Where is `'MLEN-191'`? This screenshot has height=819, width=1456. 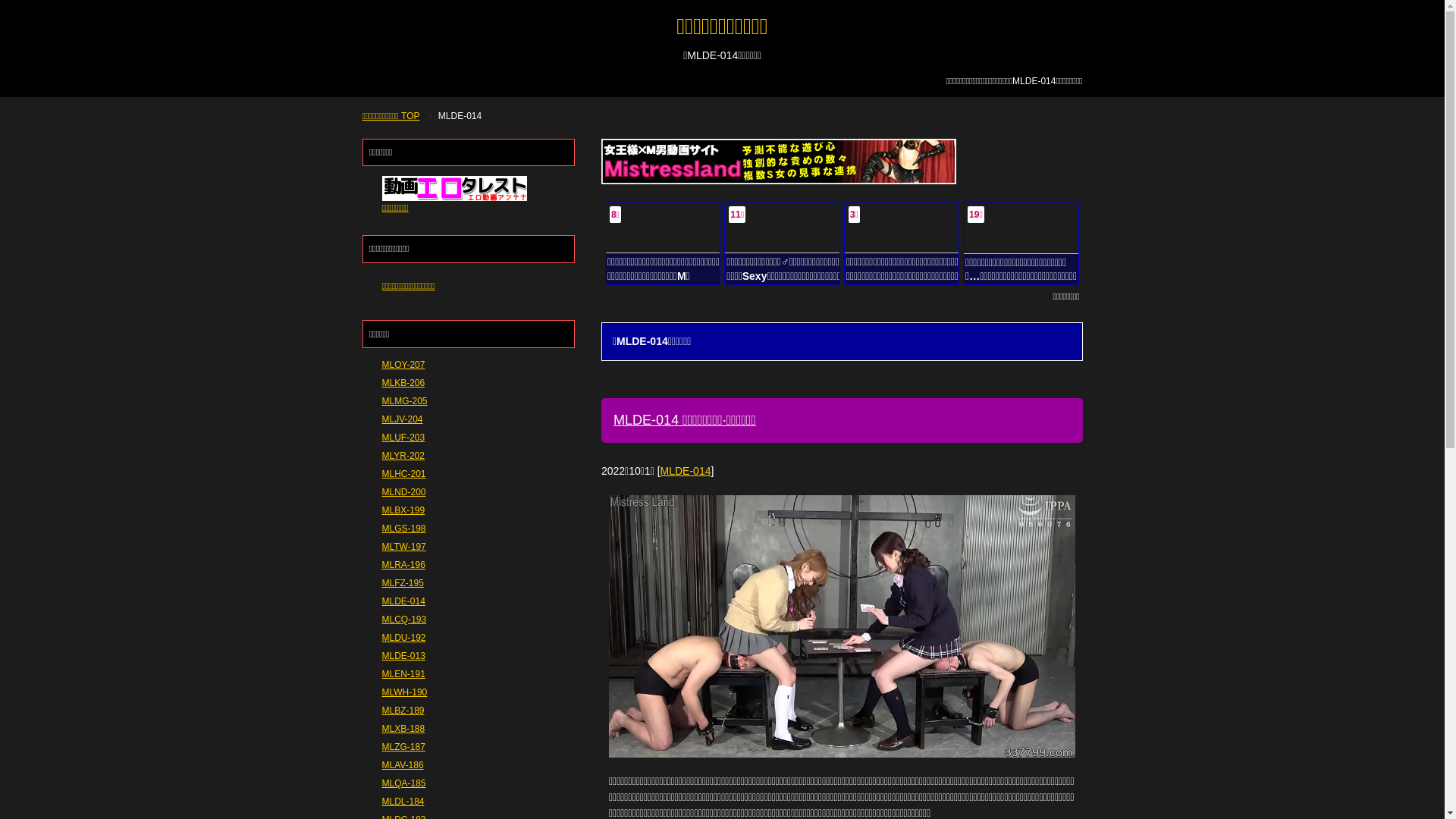 'MLEN-191' is located at coordinates (403, 673).